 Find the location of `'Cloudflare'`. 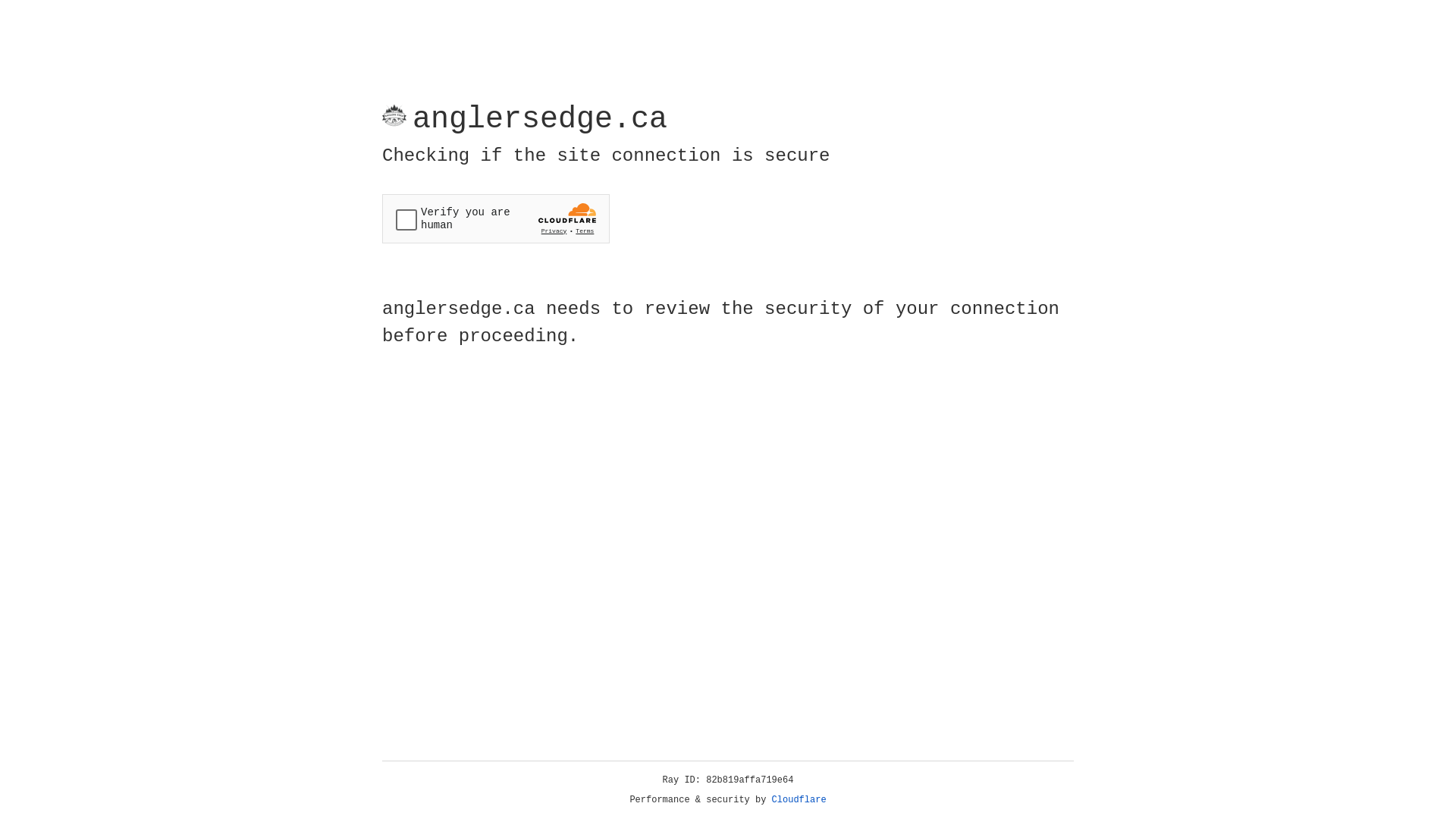

'Cloudflare' is located at coordinates (771, 799).